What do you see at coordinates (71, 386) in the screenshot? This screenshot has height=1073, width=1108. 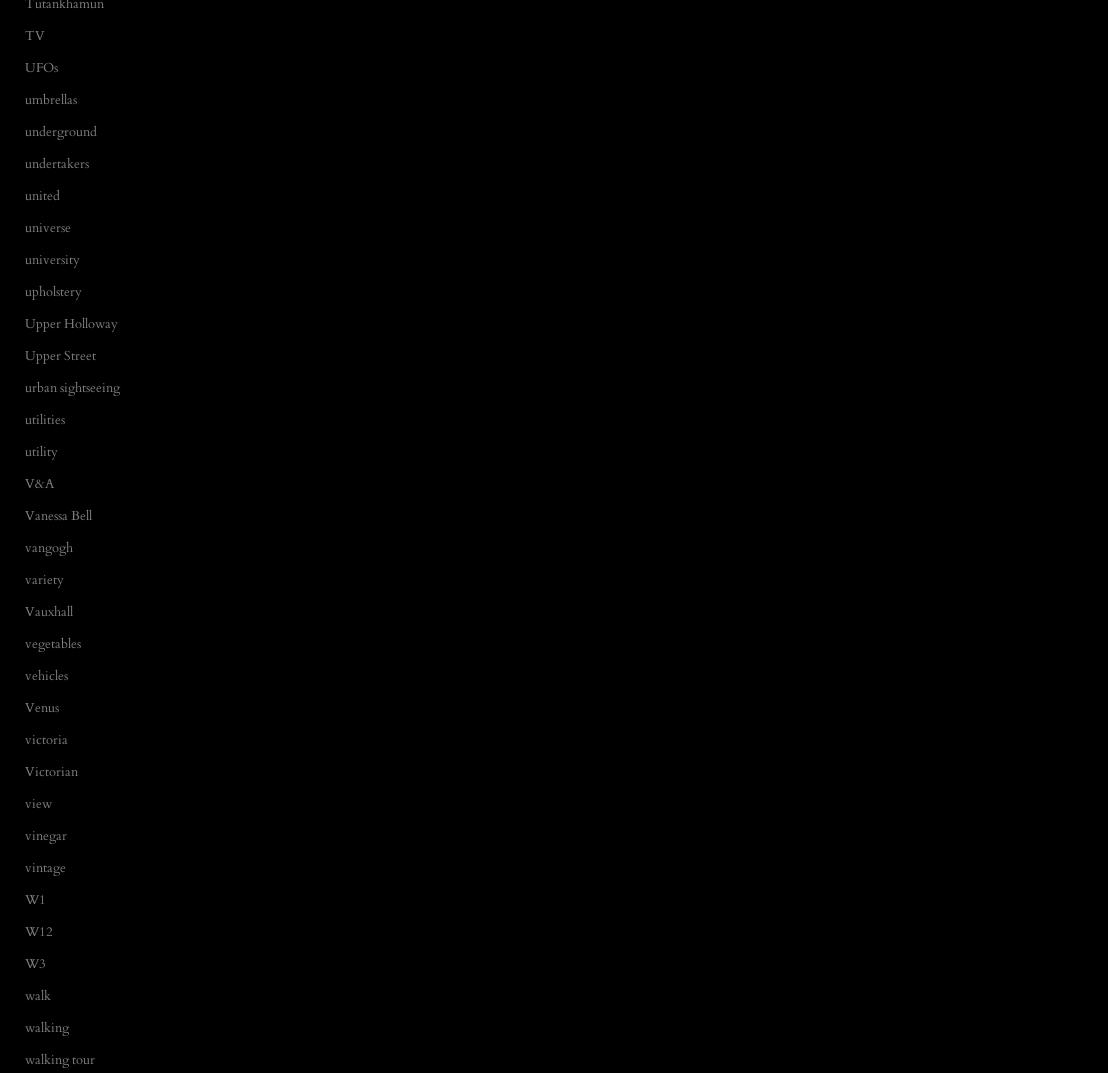 I see `'urban sightseeing'` at bounding box center [71, 386].